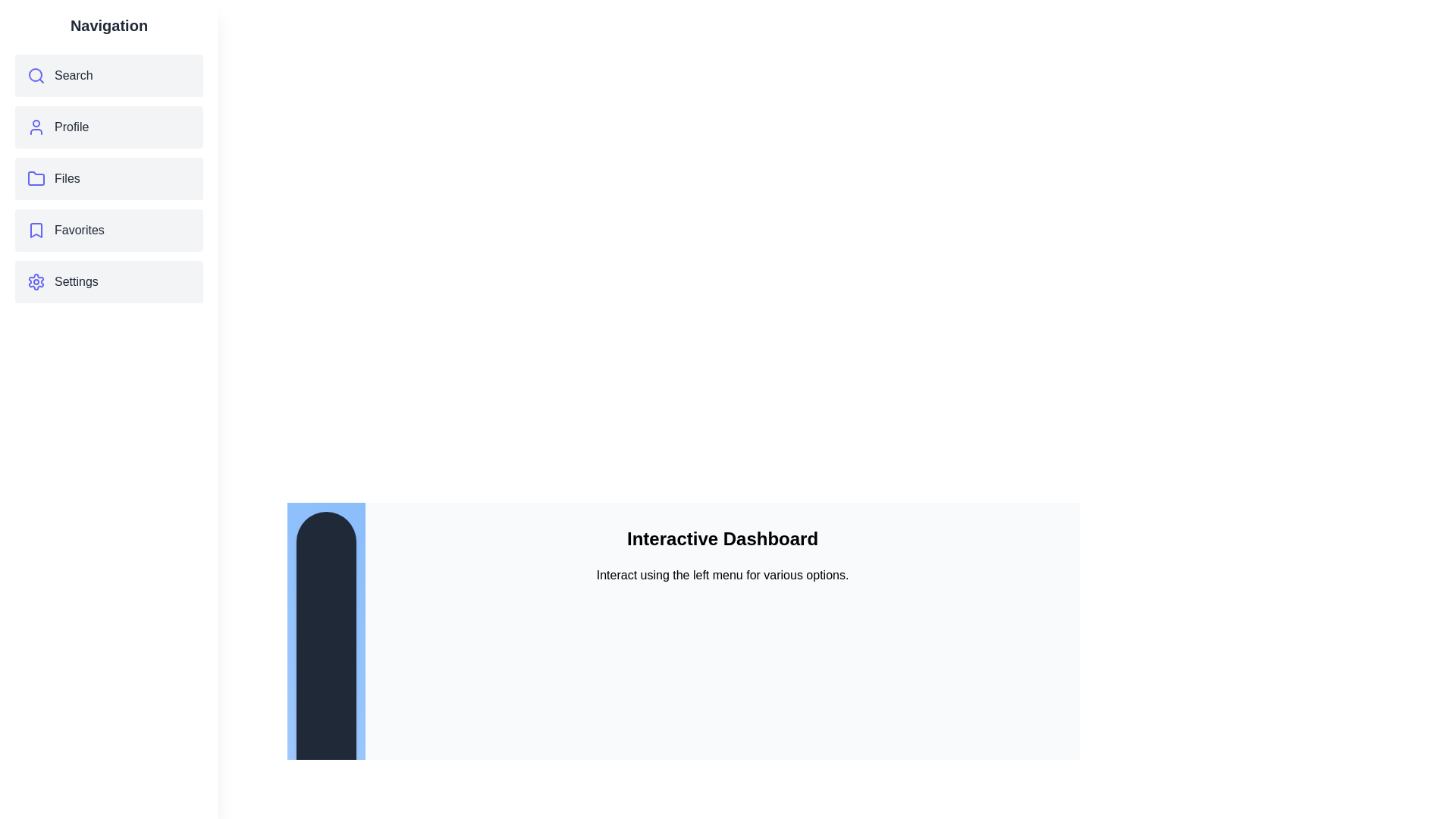 The height and width of the screenshot is (819, 1456). What do you see at coordinates (108, 231) in the screenshot?
I see `the menu item corresponding to Favorites to navigate` at bounding box center [108, 231].